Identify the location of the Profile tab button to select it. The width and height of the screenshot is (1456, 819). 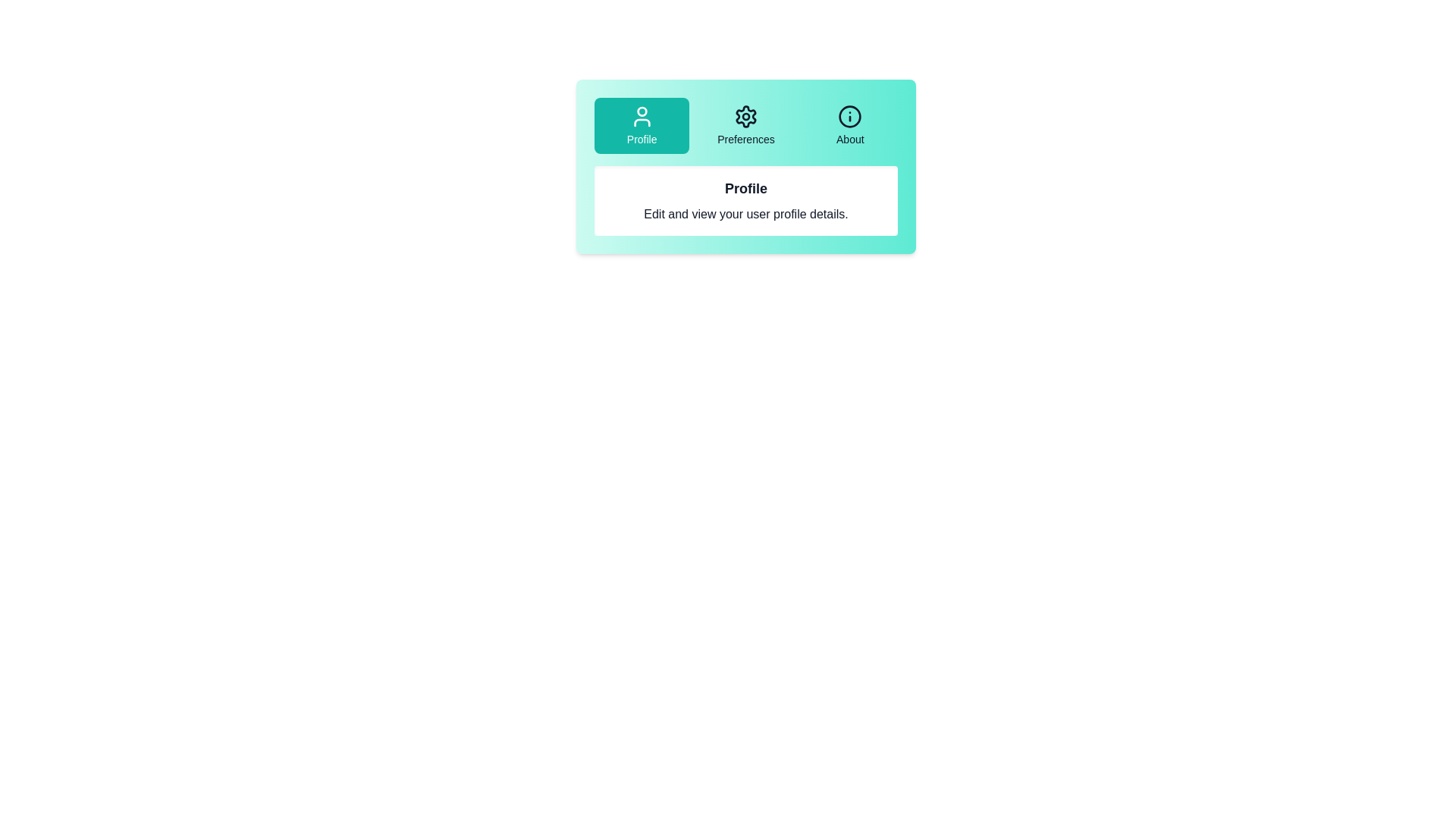
(642, 124).